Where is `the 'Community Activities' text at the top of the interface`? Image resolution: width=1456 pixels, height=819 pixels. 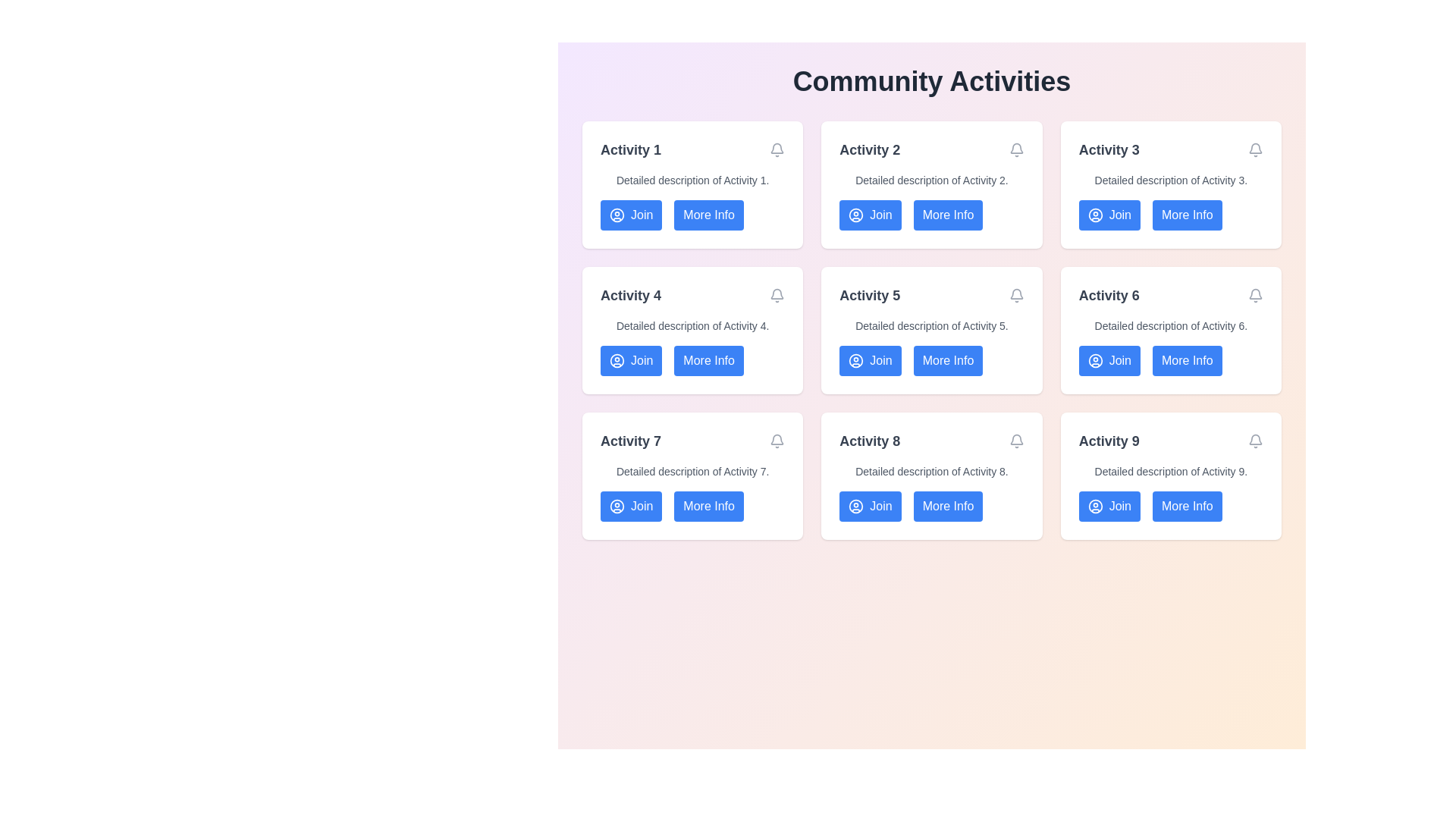
the 'Community Activities' text at the top of the interface is located at coordinates (930, 82).